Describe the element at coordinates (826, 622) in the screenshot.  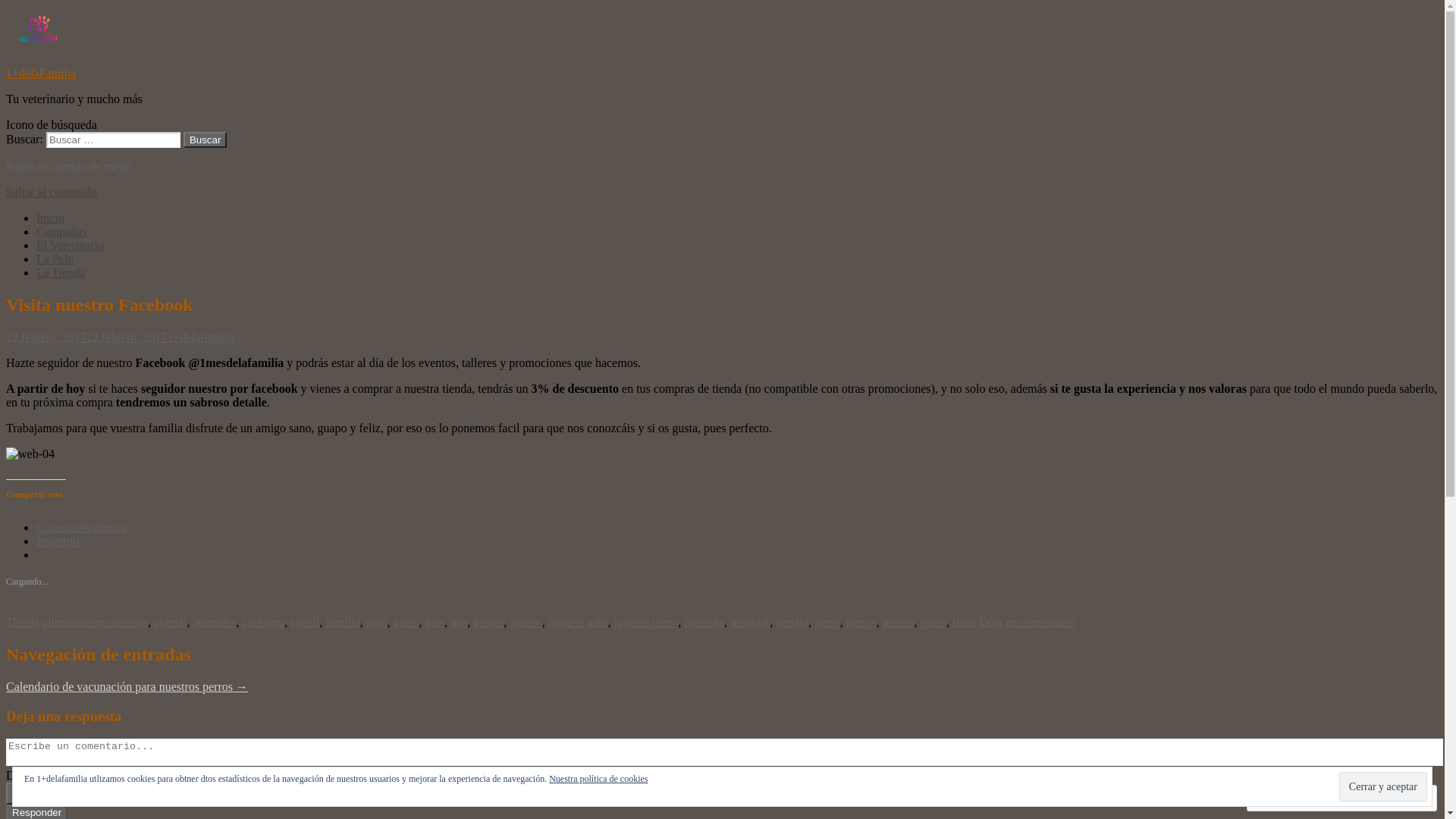
I see `'perro'` at that location.